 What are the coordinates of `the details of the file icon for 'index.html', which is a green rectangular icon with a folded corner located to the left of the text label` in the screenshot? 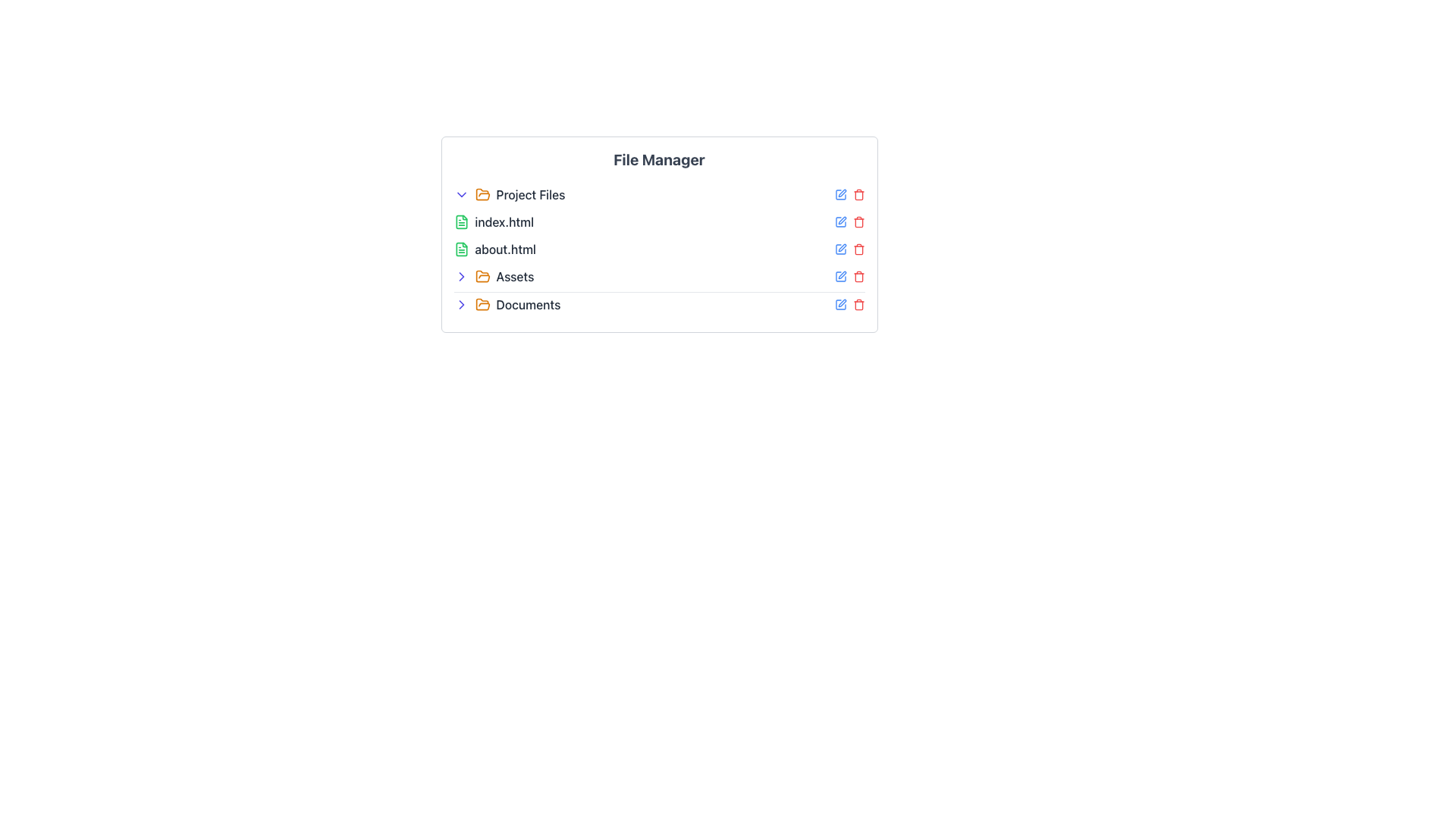 It's located at (460, 222).